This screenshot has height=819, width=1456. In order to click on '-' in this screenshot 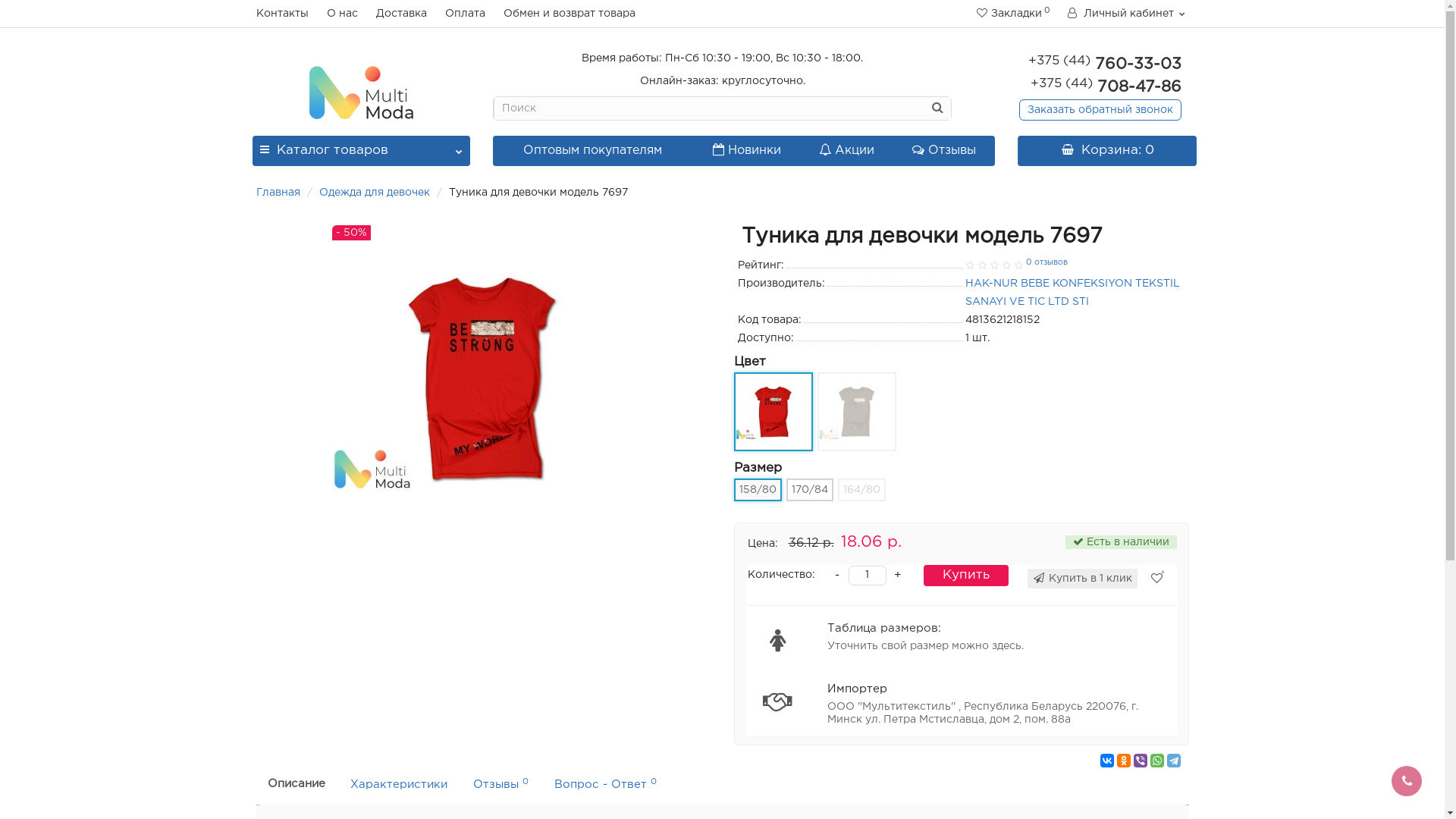, I will do `click(836, 576)`.